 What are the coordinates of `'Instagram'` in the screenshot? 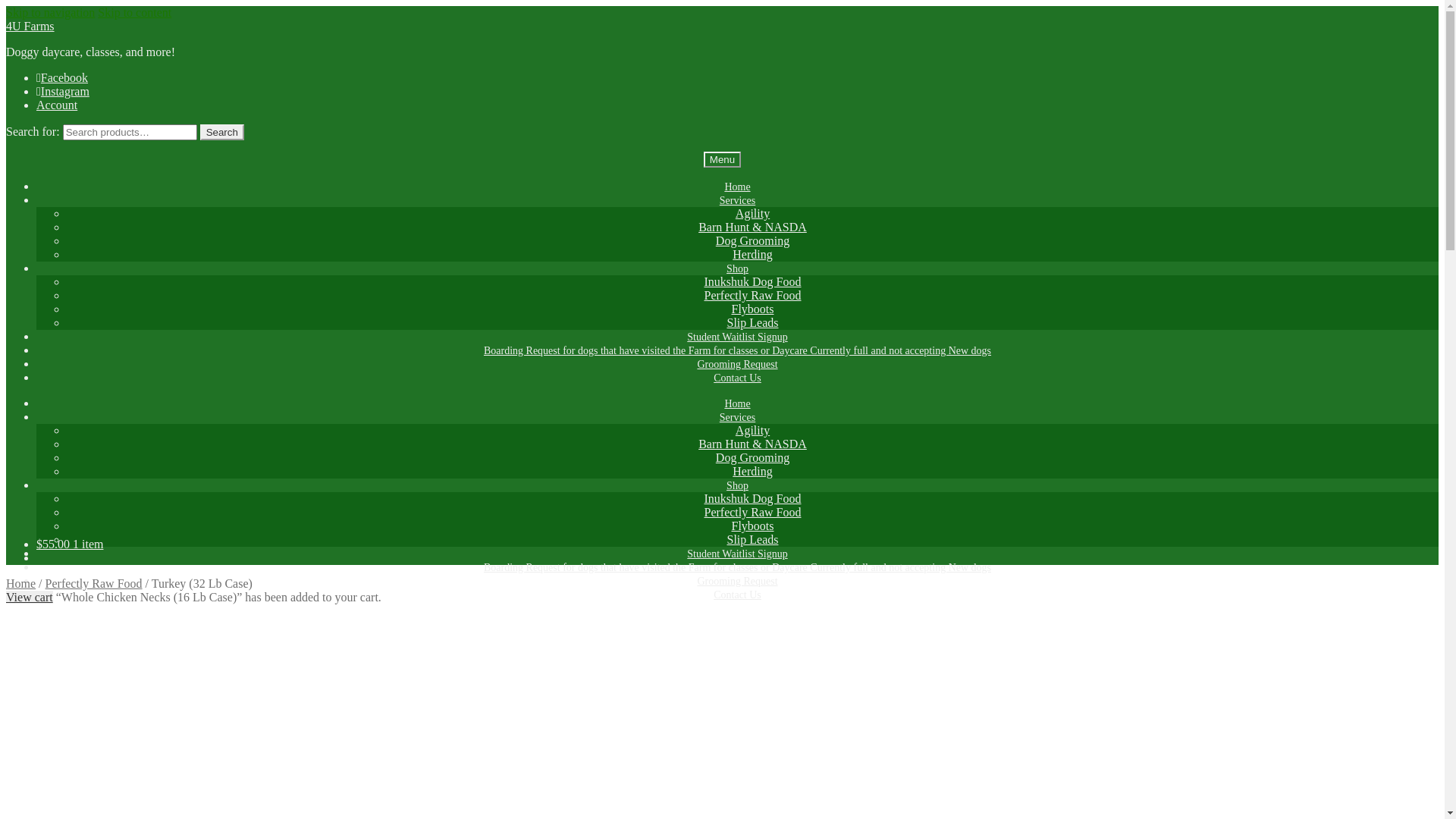 It's located at (64, 91).